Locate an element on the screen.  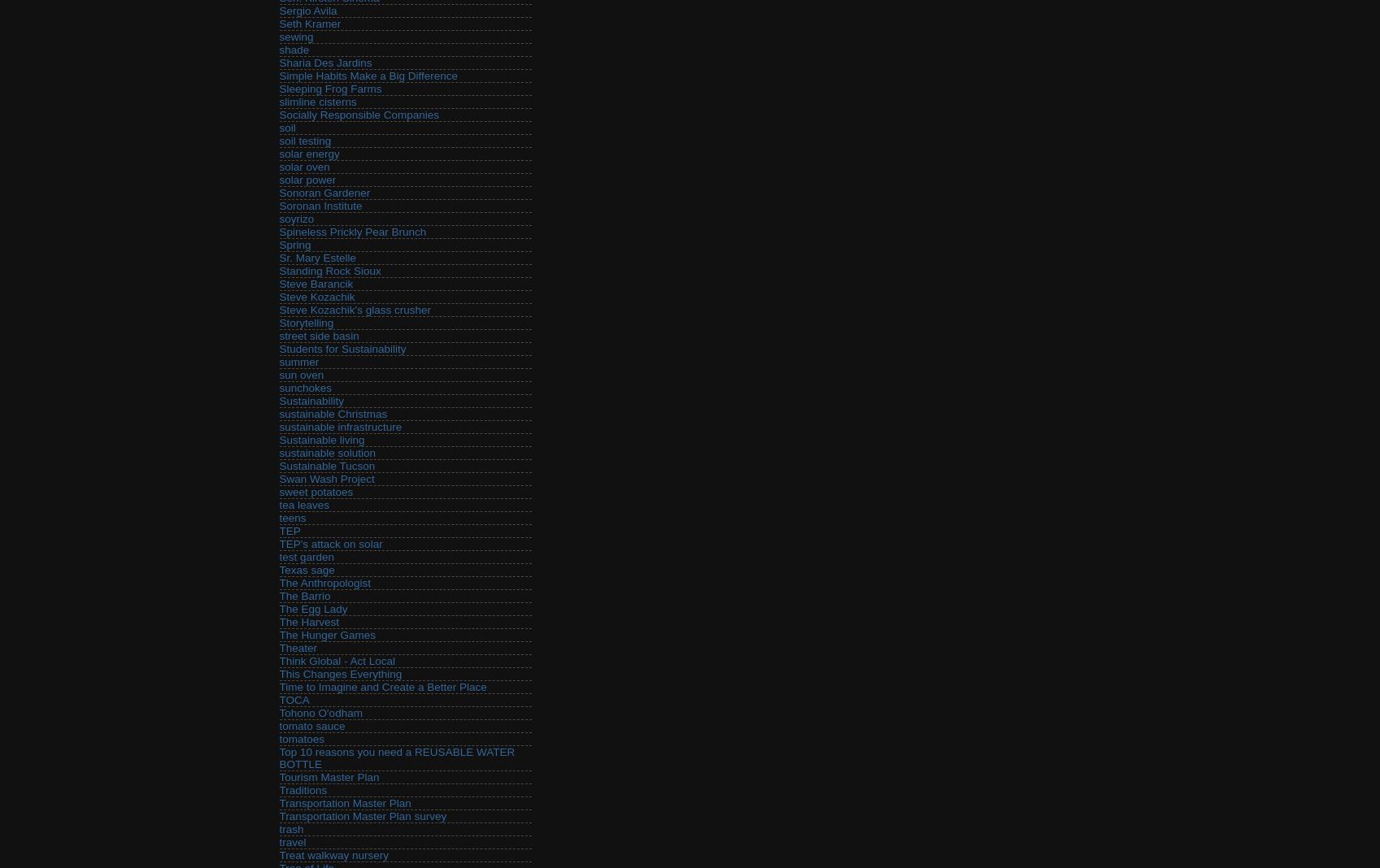
'soyrizo' is located at coordinates (296, 218).